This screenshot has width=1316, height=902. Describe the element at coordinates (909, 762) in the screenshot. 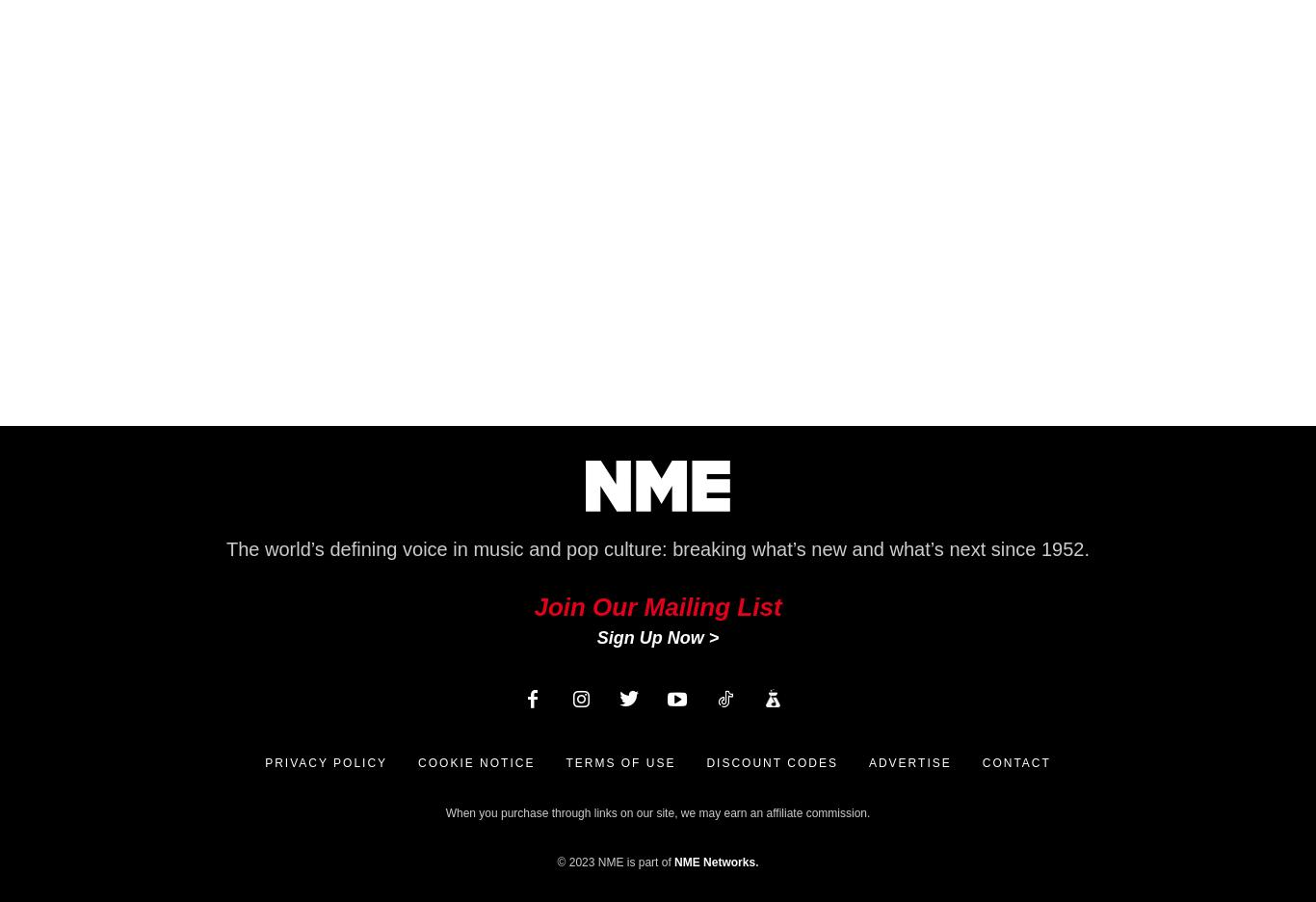

I see `'Advertise'` at that location.